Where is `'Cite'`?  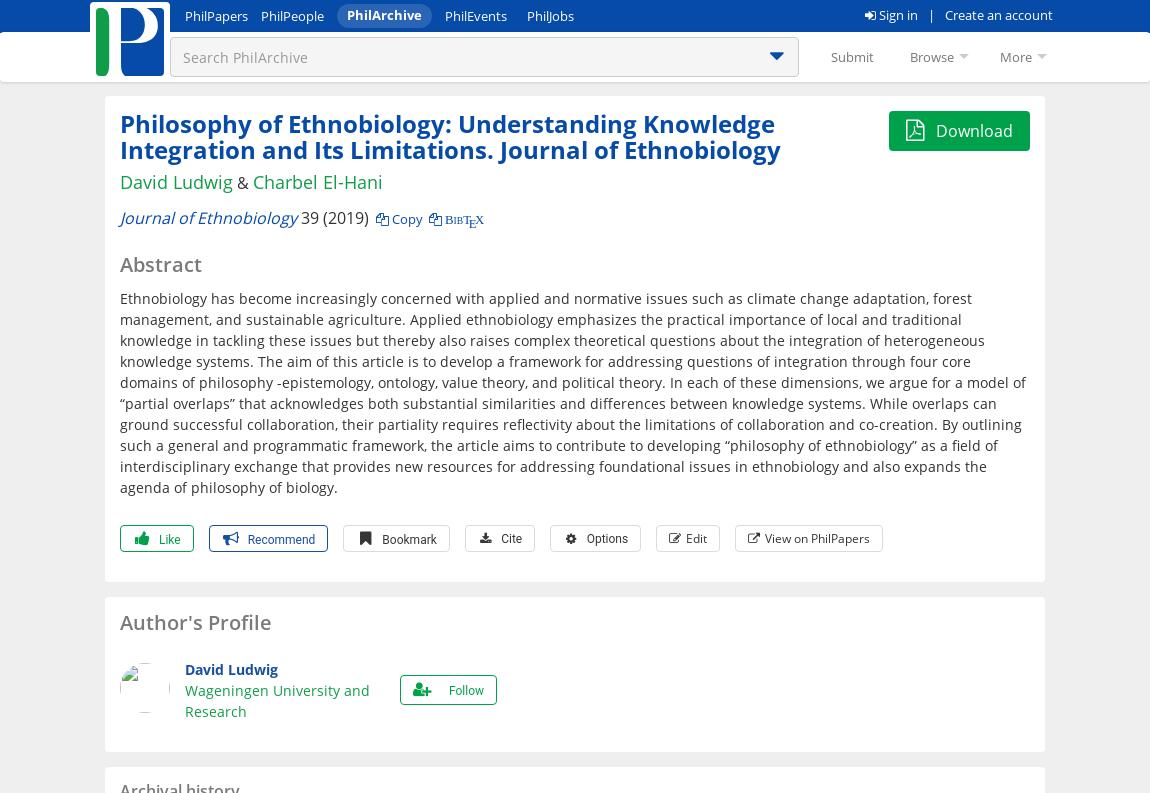
'Cite' is located at coordinates (511, 536).